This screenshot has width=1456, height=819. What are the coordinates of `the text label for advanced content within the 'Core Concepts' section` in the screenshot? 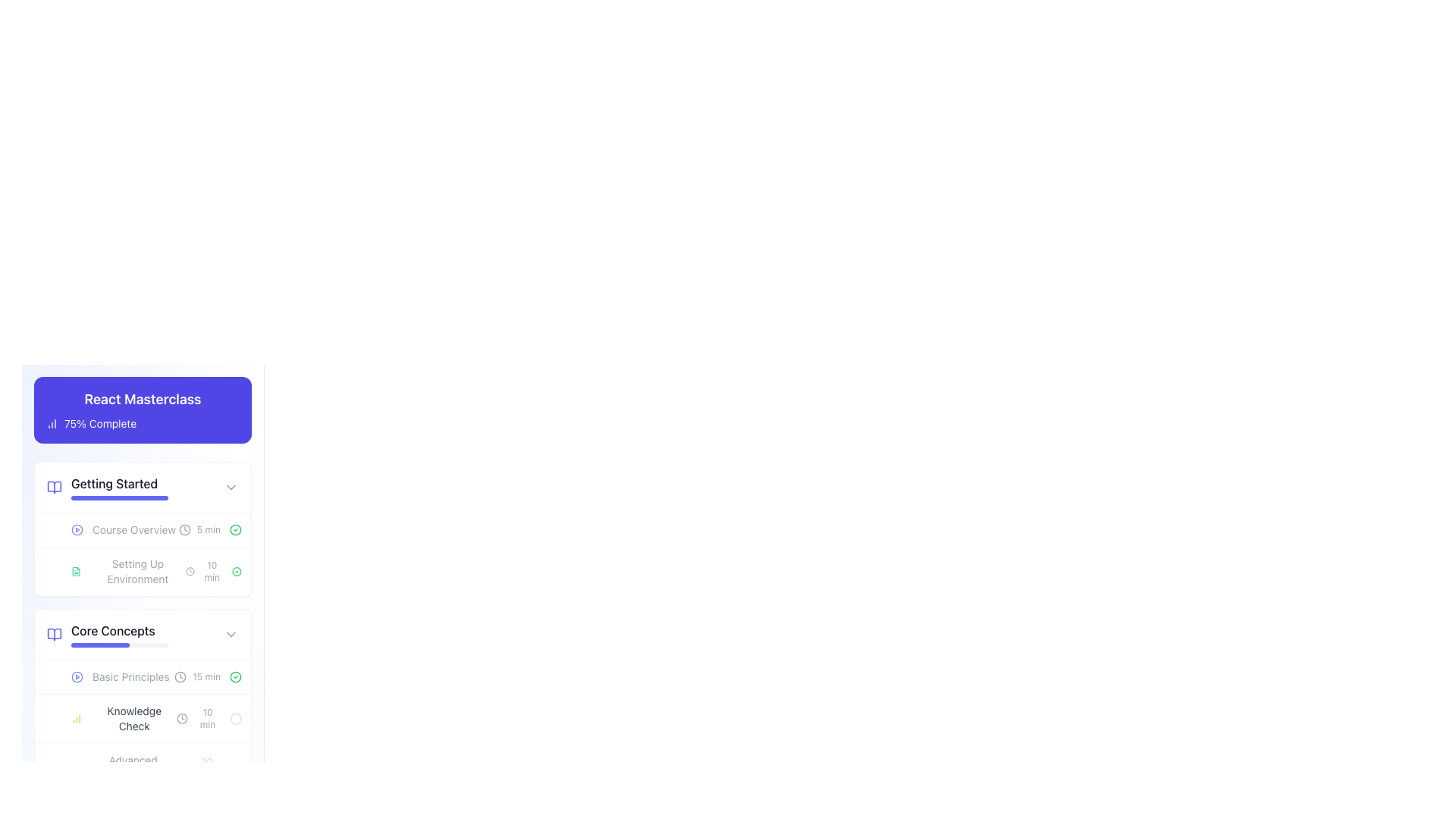 It's located at (122, 768).